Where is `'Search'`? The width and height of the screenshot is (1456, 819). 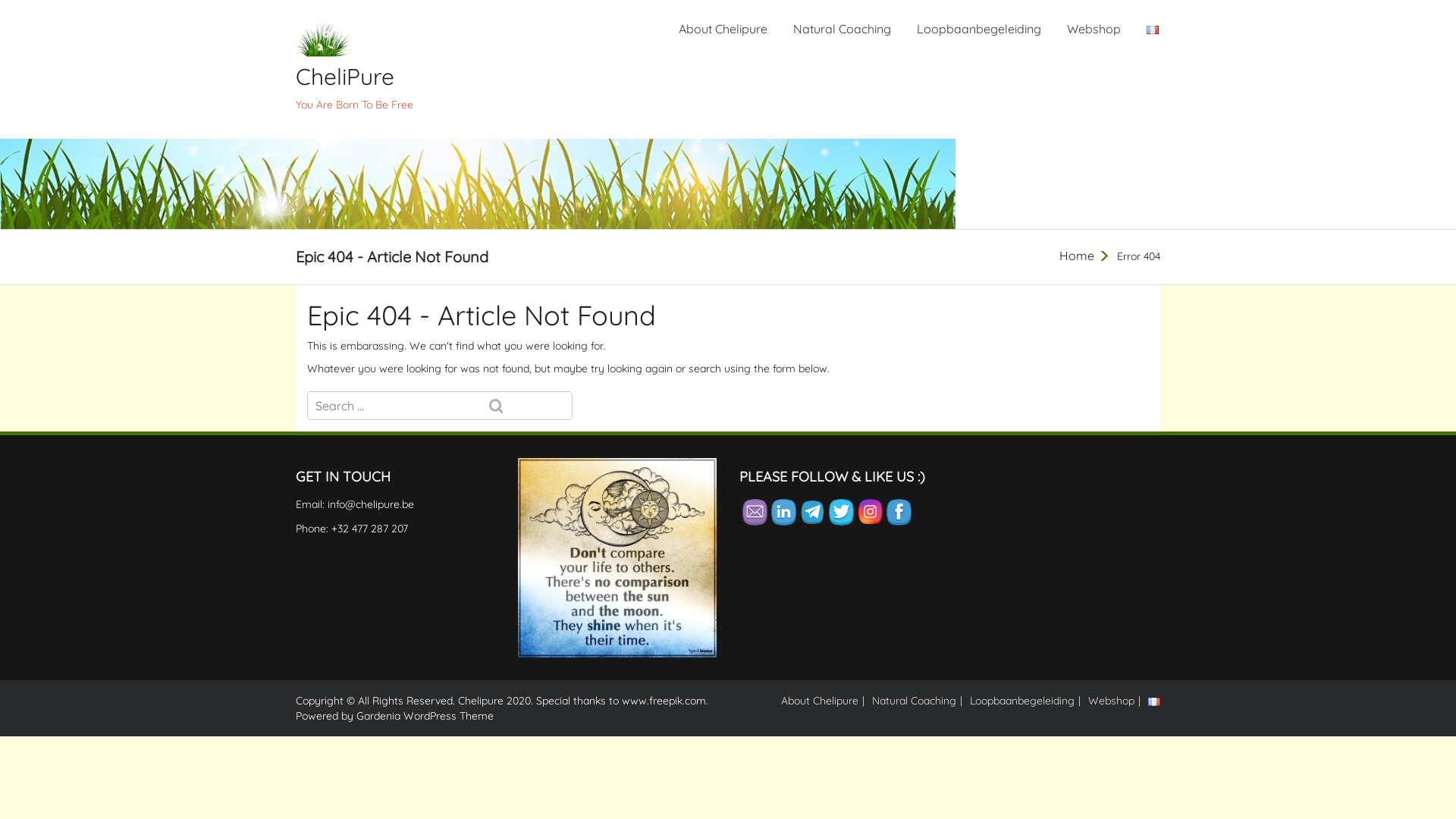
'Search' is located at coordinates (527, 406).